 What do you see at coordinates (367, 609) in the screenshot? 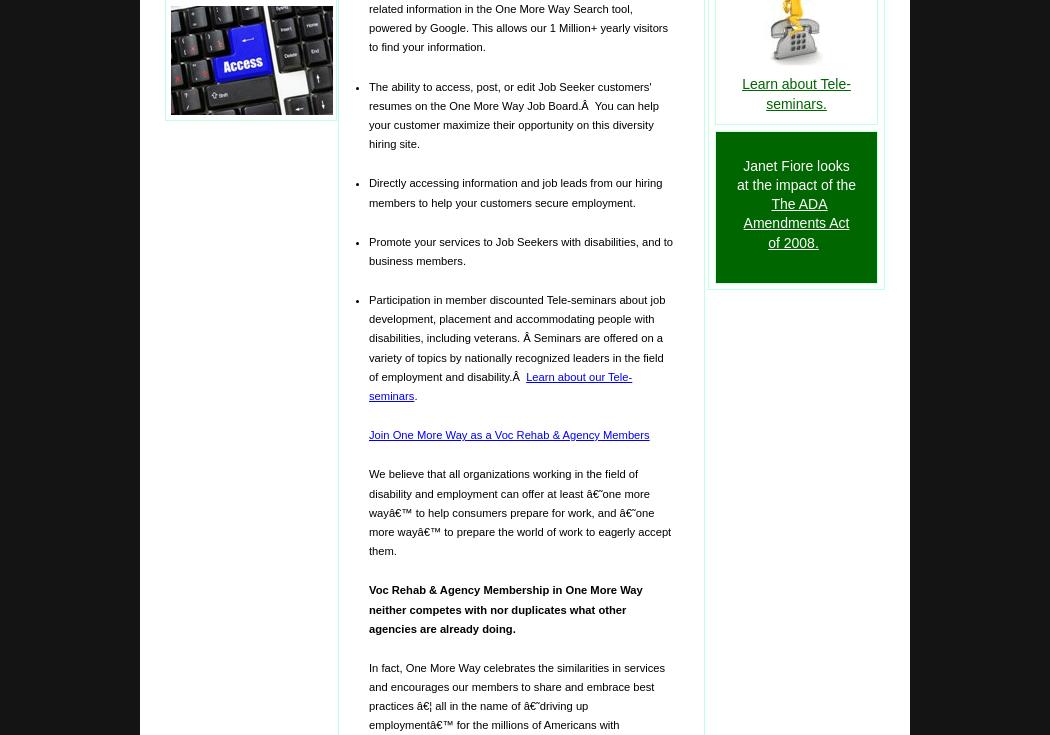
I see `'Voc Rehab & Agency Membership in One More Way  neither competes with nor duplicates what other agencies are already doing.'` at bounding box center [367, 609].